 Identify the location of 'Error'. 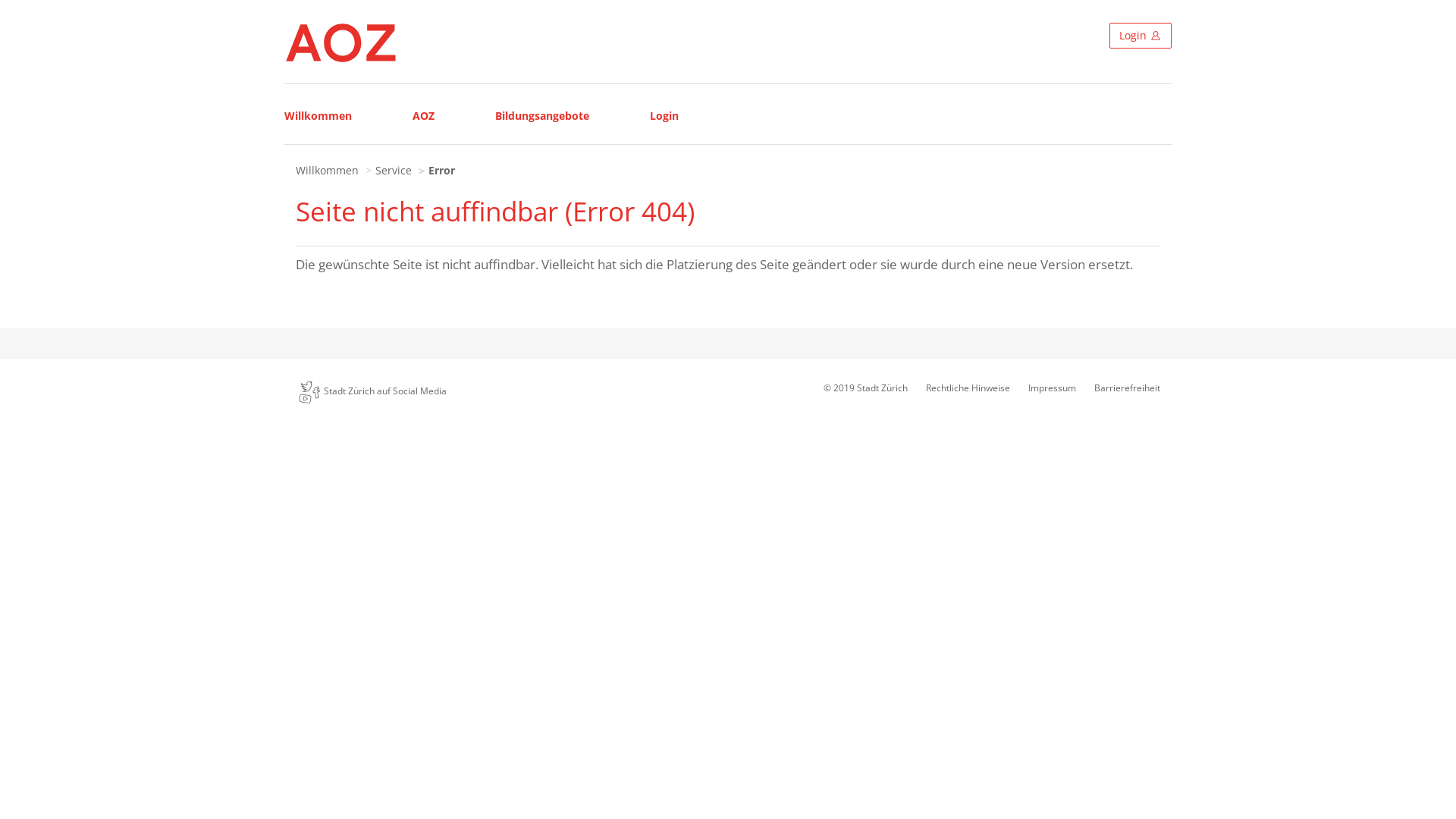
(428, 170).